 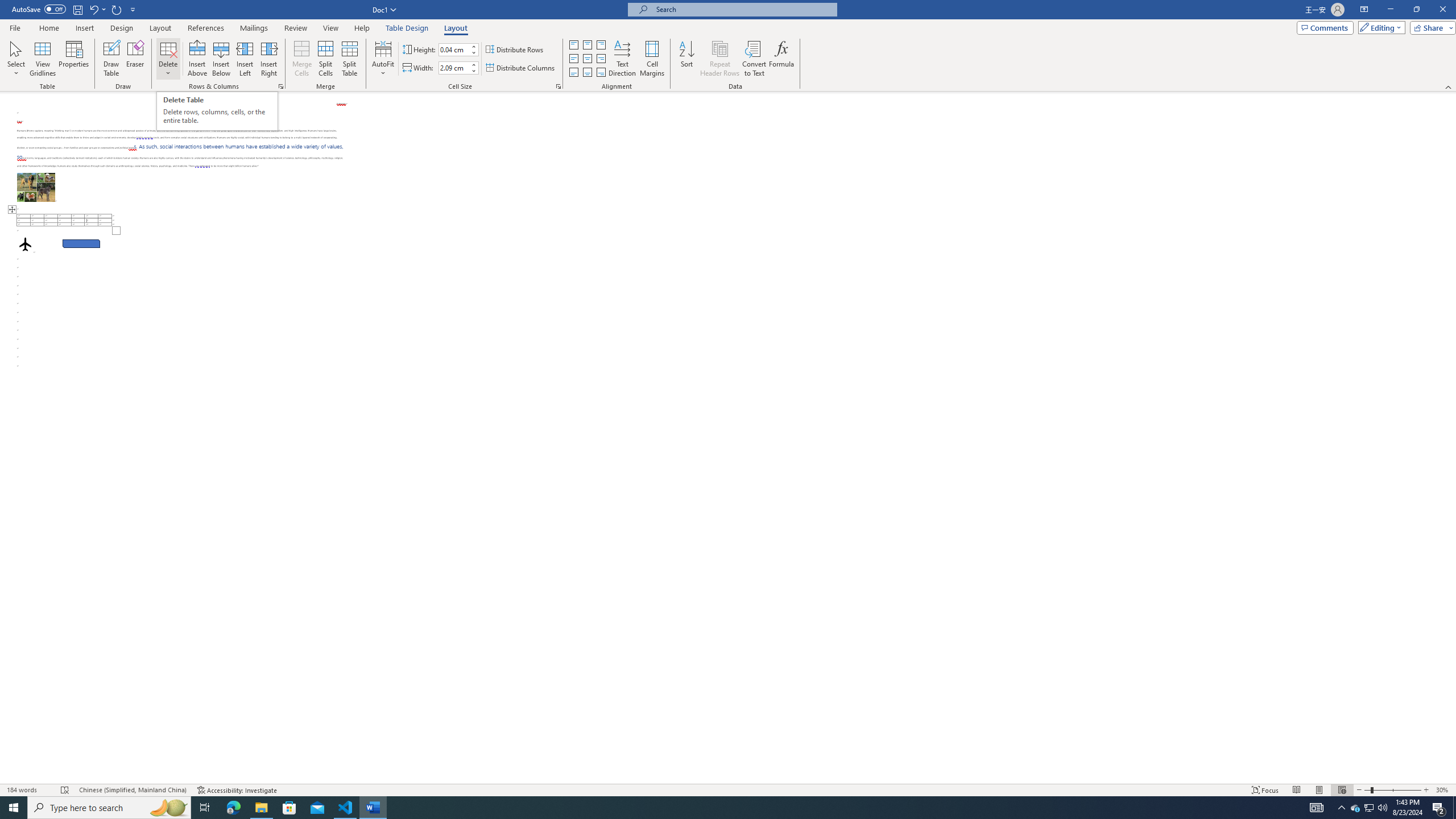 I want to click on 'Zoom 30%', so click(x=1443, y=790).